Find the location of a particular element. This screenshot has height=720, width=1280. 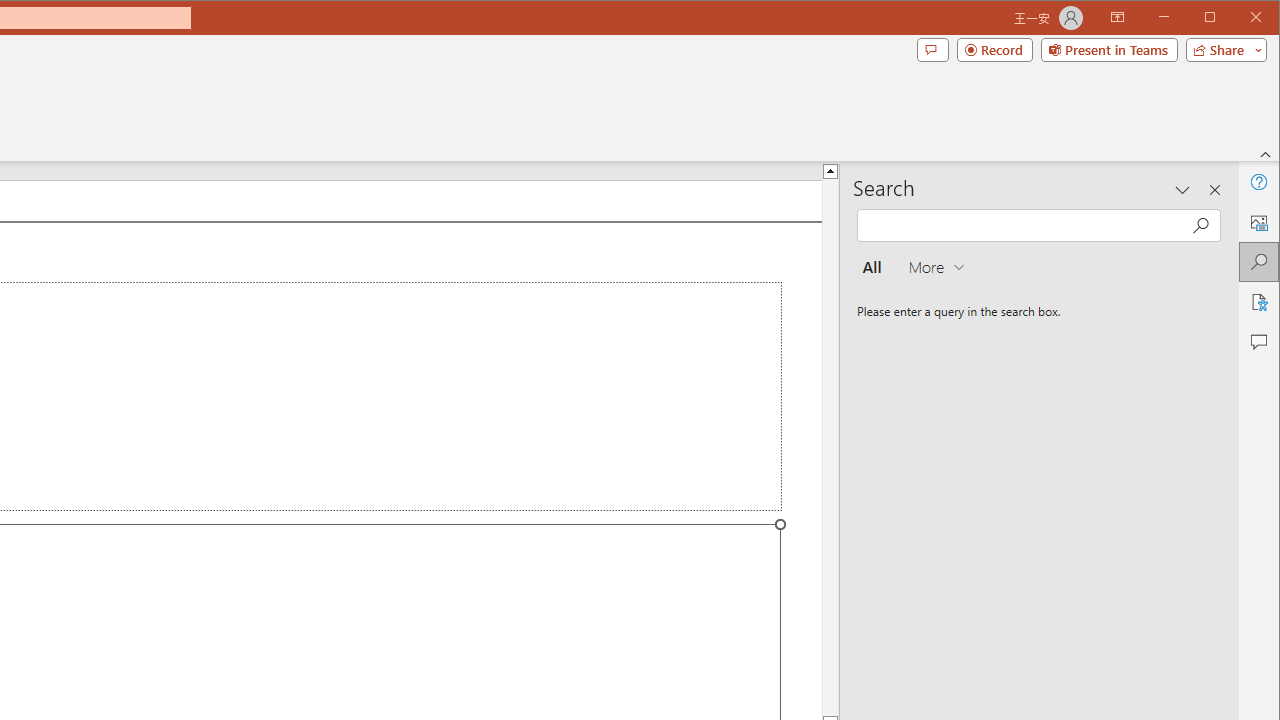

'Maximize' is located at coordinates (1238, 19).